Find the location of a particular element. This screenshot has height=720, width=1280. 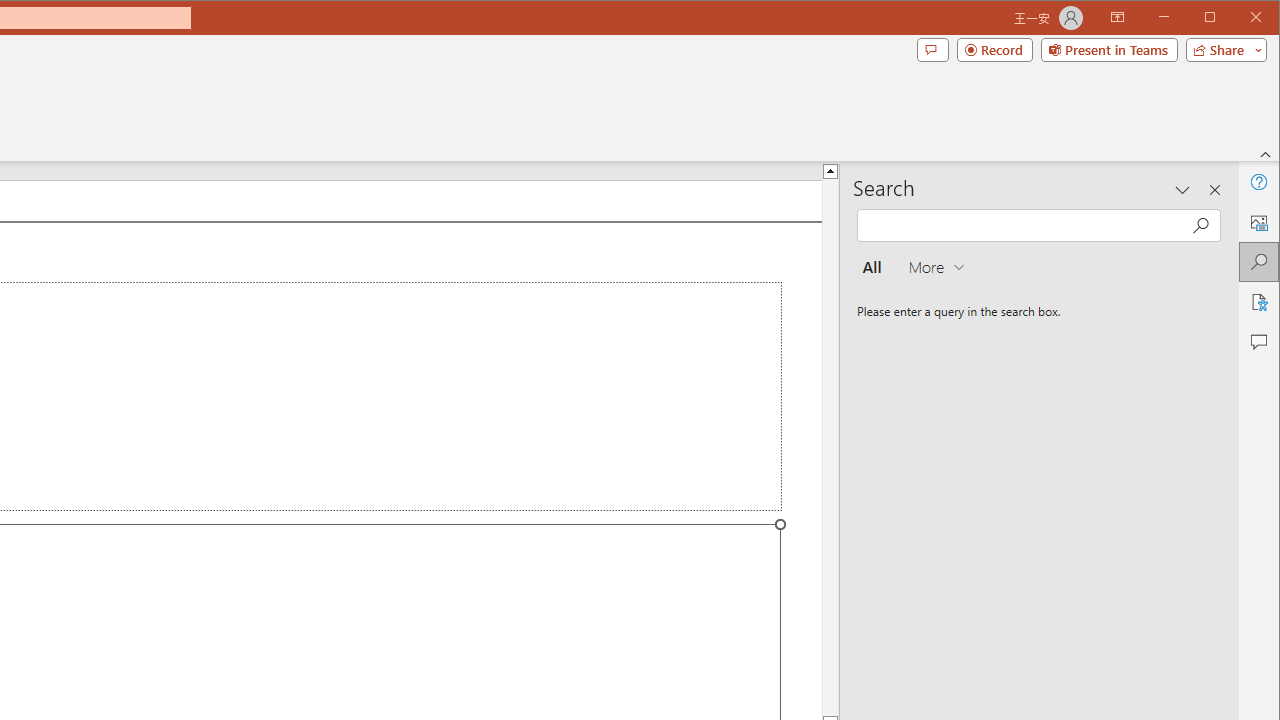

'Maximize' is located at coordinates (1238, 19).